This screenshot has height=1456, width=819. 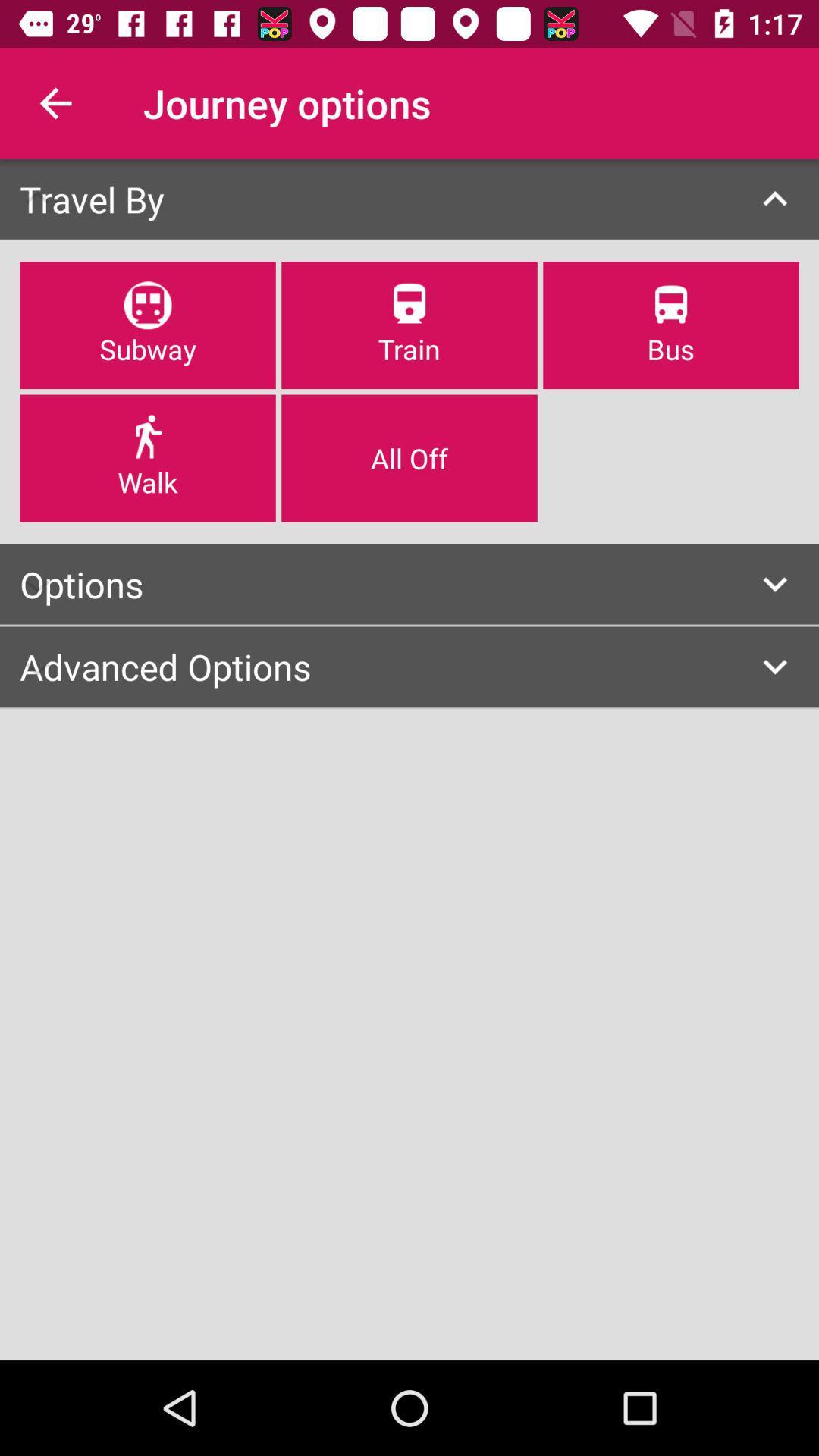 I want to click on item to the left of journey options, so click(x=55, y=102).